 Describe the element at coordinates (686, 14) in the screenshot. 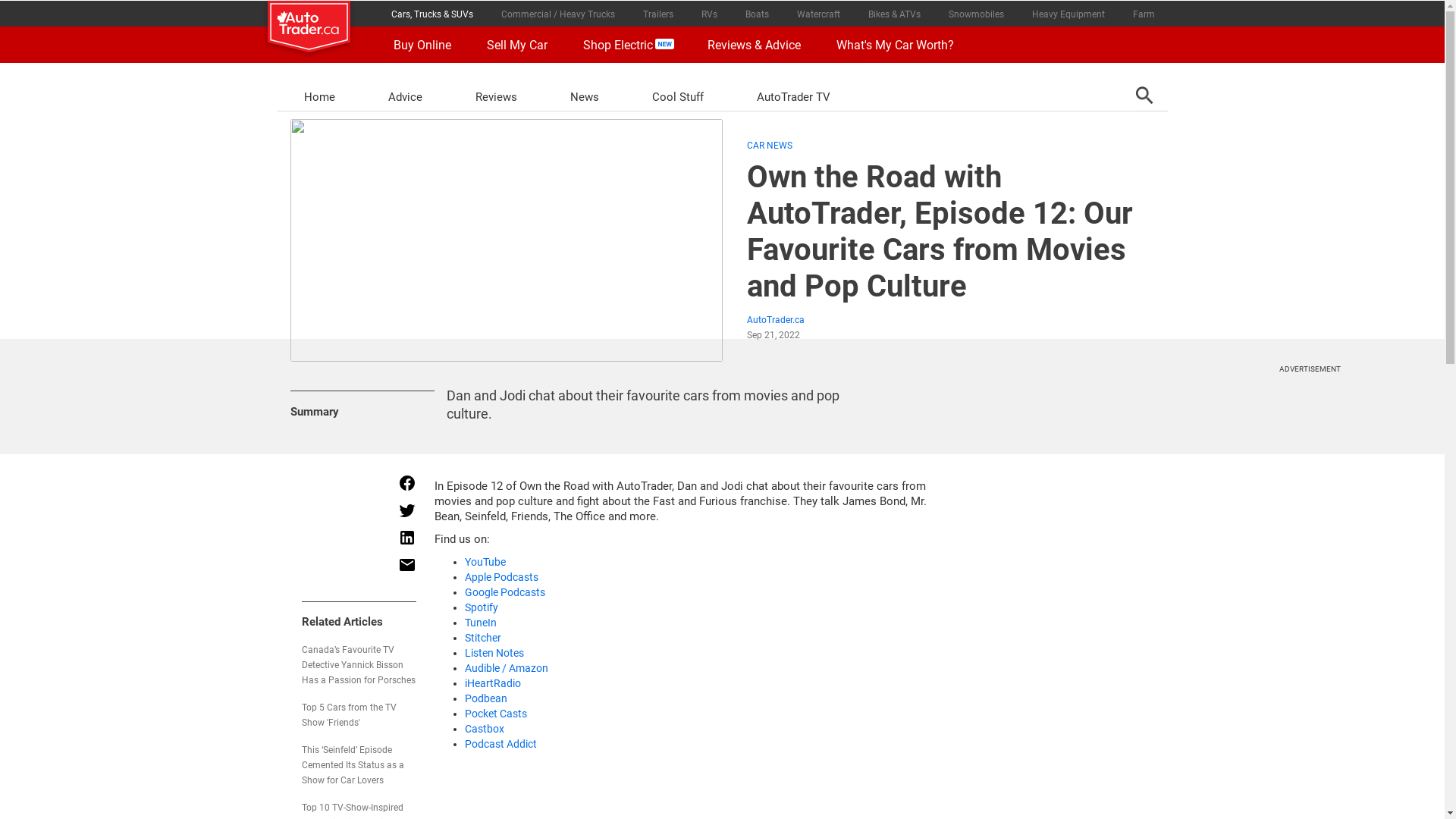

I see `'RVs'` at that location.